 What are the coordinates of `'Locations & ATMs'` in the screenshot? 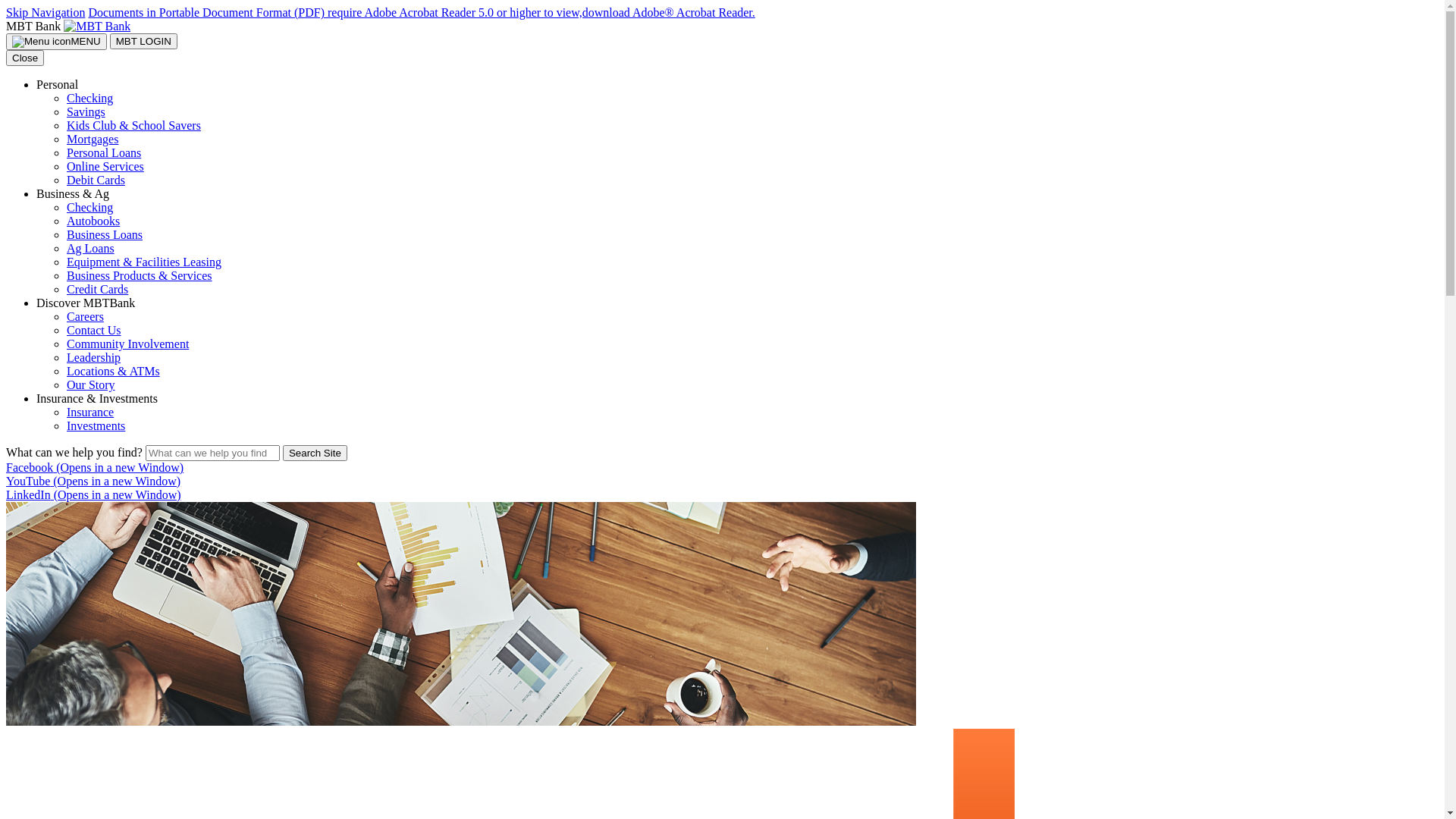 It's located at (112, 371).